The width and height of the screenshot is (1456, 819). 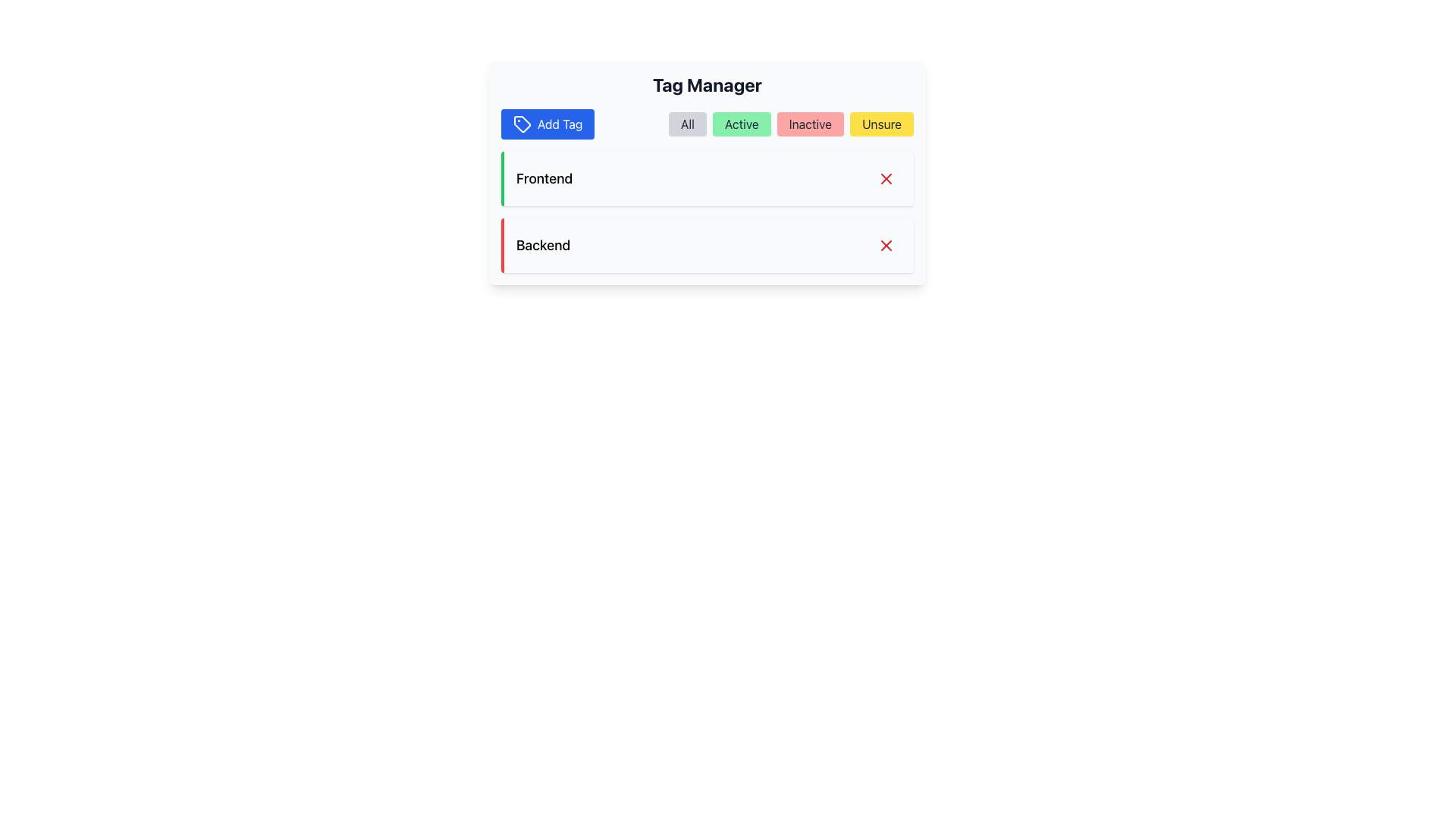 What do you see at coordinates (543, 245) in the screenshot?
I see `the text label that identifies the tag category named 'Backend' in the Tag Manager section, positioned in the second row under the 'Frontend' label` at bounding box center [543, 245].